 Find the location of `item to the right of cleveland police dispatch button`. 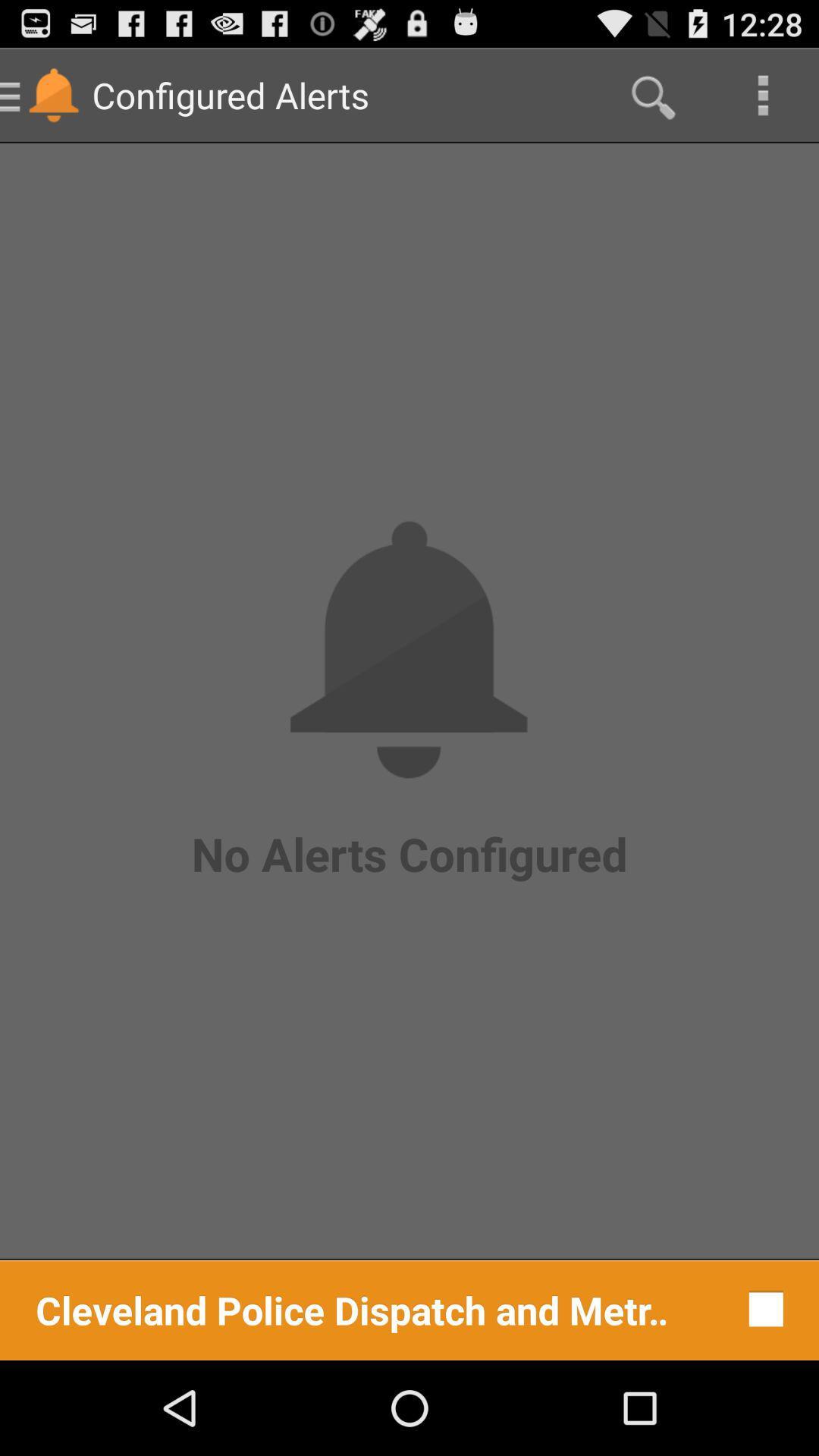

item to the right of cleveland police dispatch button is located at coordinates (762, 1308).